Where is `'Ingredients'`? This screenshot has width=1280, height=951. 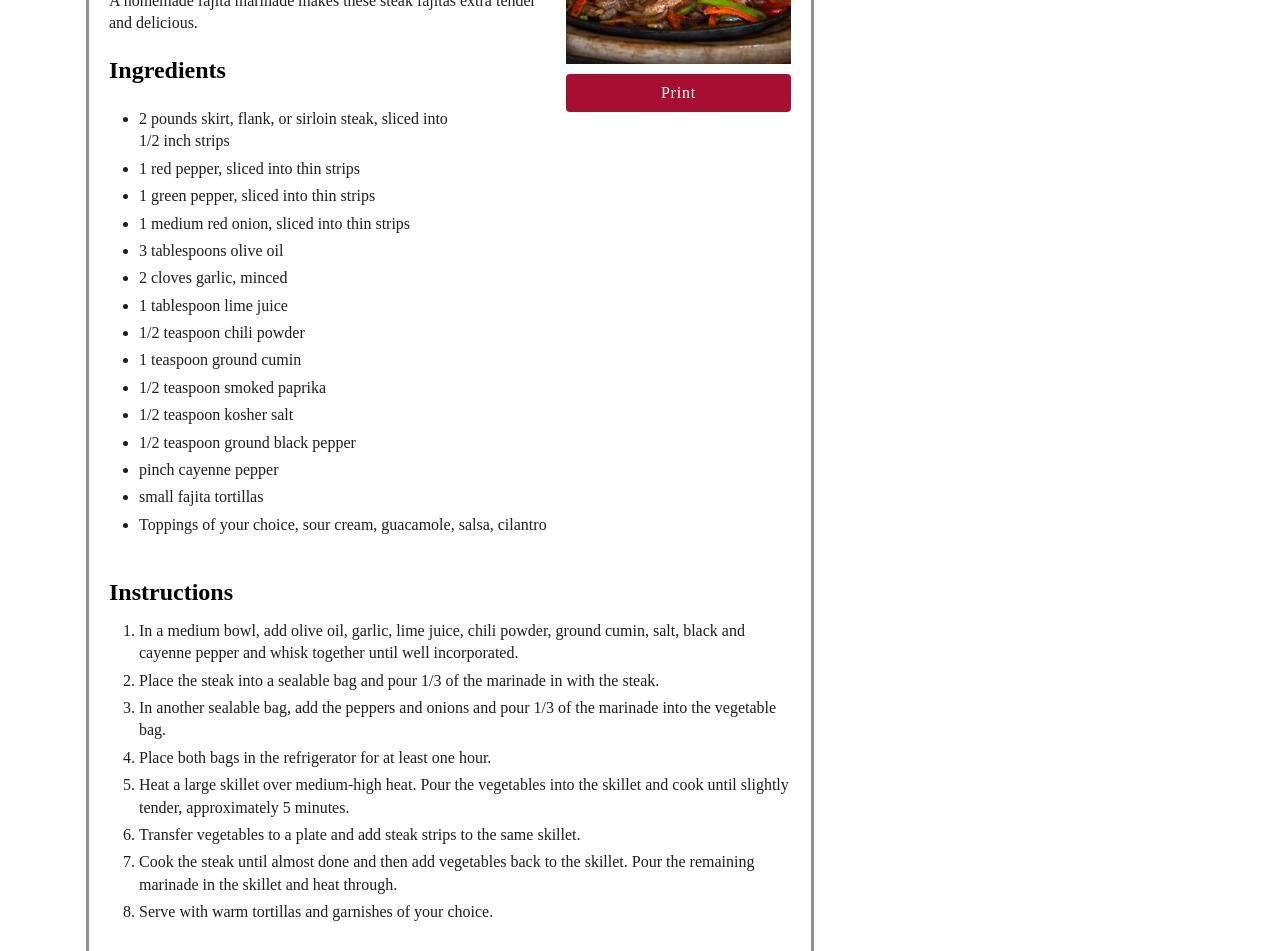 'Ingredients' is located at coordinates (167, 69).